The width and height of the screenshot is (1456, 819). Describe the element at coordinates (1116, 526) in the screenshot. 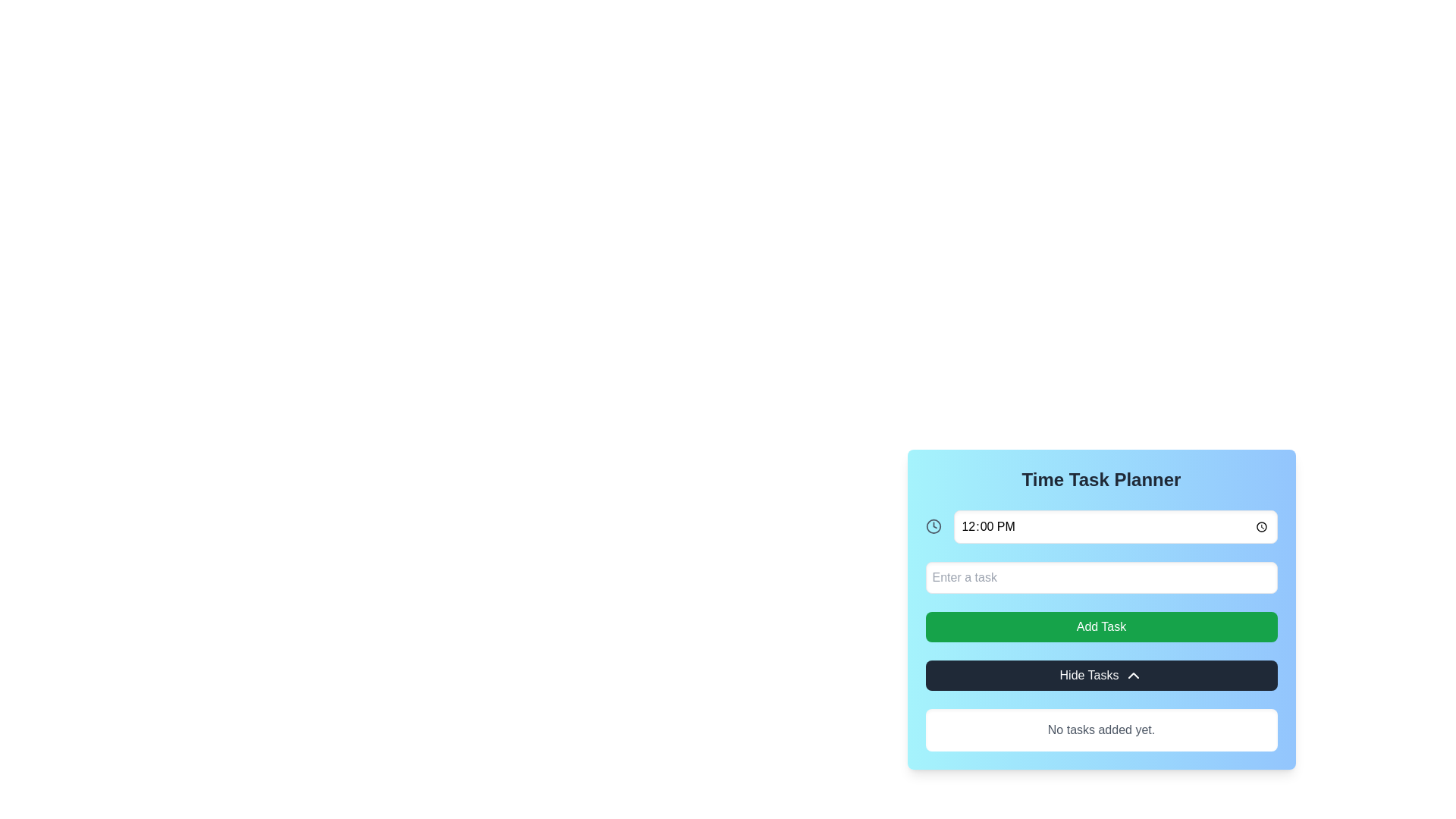

I see `the Time input field, which is a rectangular input field displaying '12:00 PM', by using tab navigation to focus on it` at that location.